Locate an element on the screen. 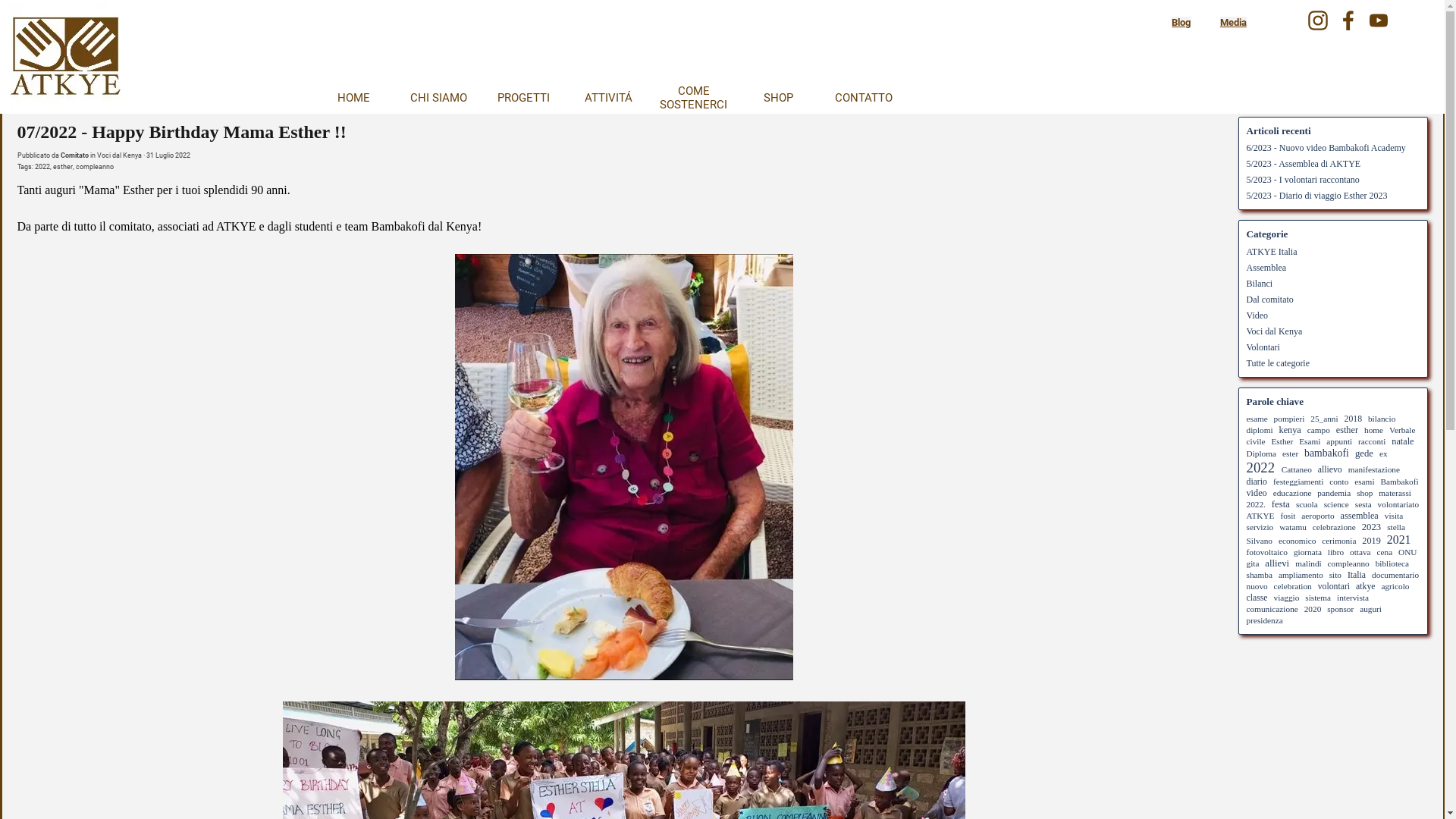  'COME SOSTENERCI' is located at coordinates (692, 97).